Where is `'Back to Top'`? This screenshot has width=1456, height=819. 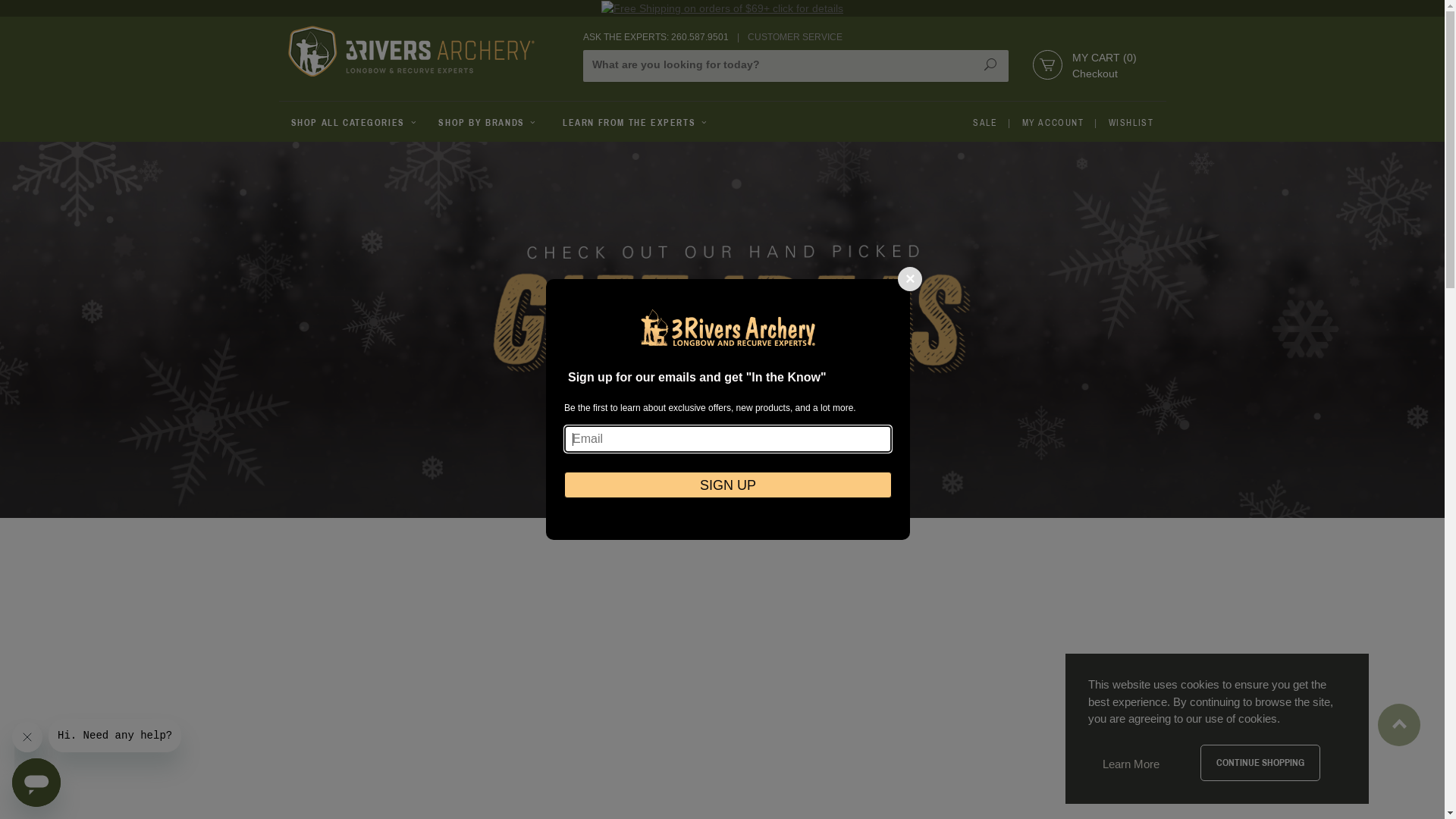
'Back to Top' is located at coordinates (1398, 717).